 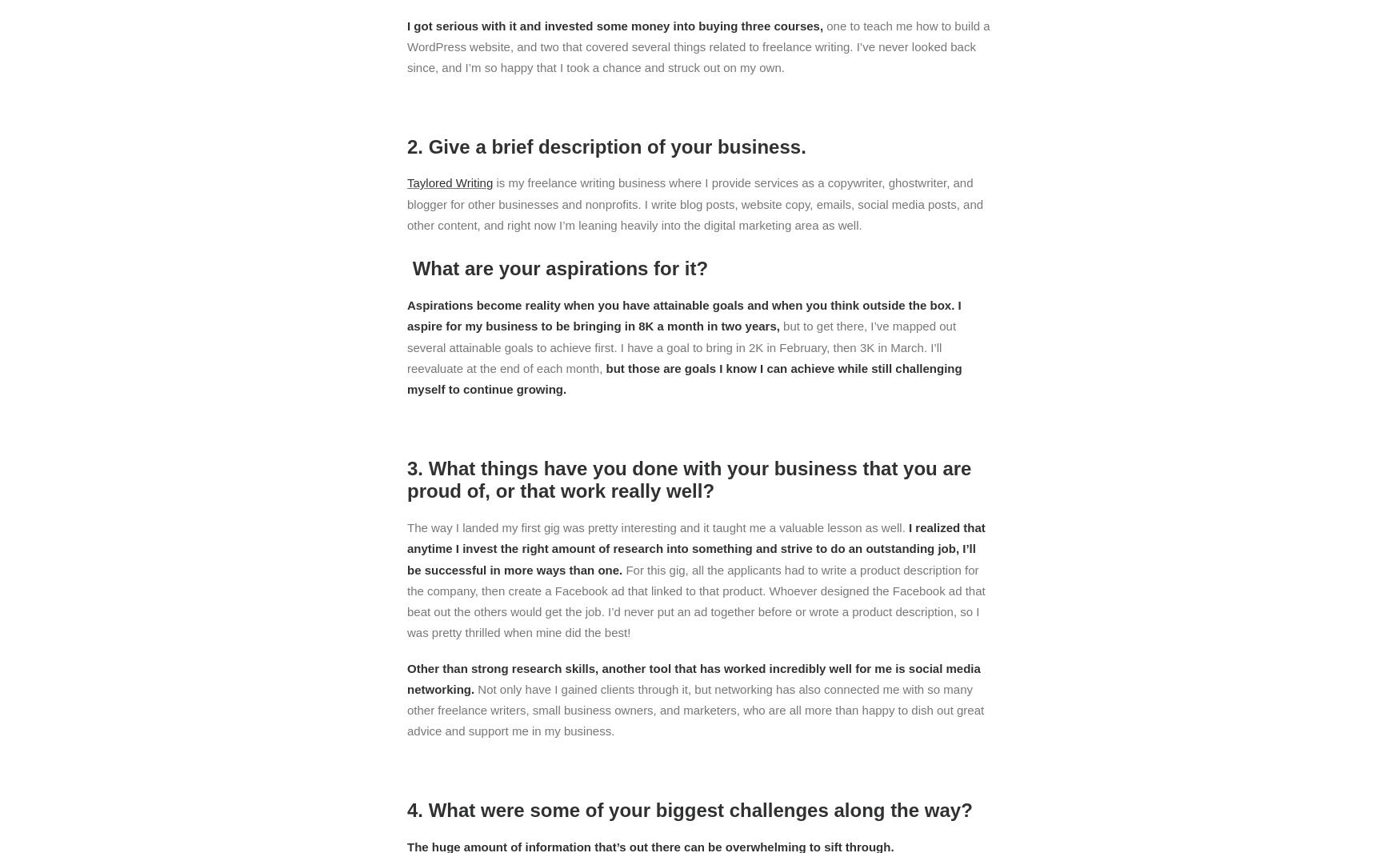 What do you see at coordinates (406, 547) in the screenshot?
I see `'I realized that anytime I invest the right amount of research into something and strive to do an outstanding job, I’ll be successful in more ways than one.'` at bounding box center [406, 547].